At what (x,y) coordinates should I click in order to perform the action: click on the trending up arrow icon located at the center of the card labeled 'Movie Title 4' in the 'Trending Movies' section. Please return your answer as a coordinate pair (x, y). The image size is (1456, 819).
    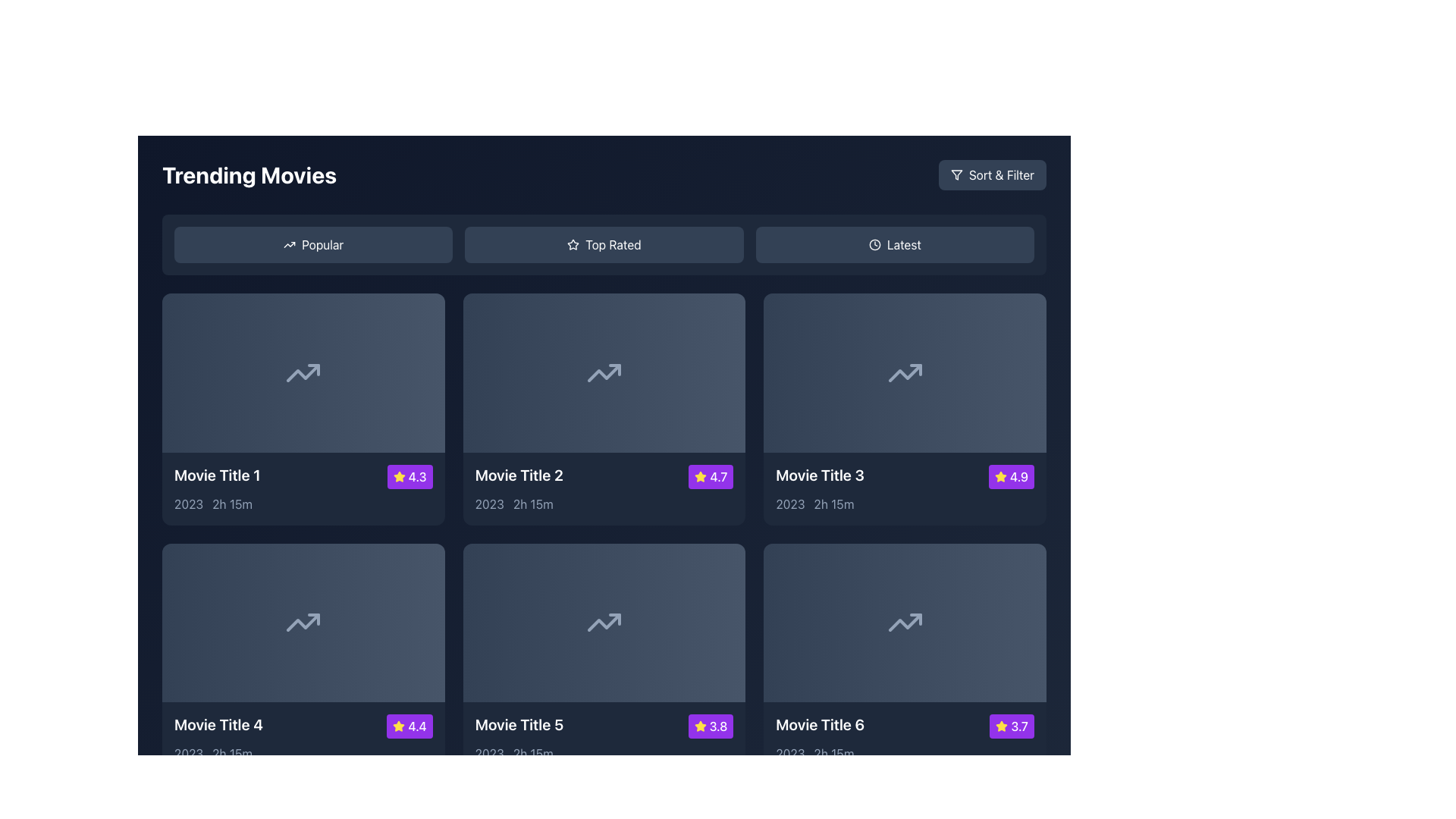
    Looking at the image, I should click on (303, 623).